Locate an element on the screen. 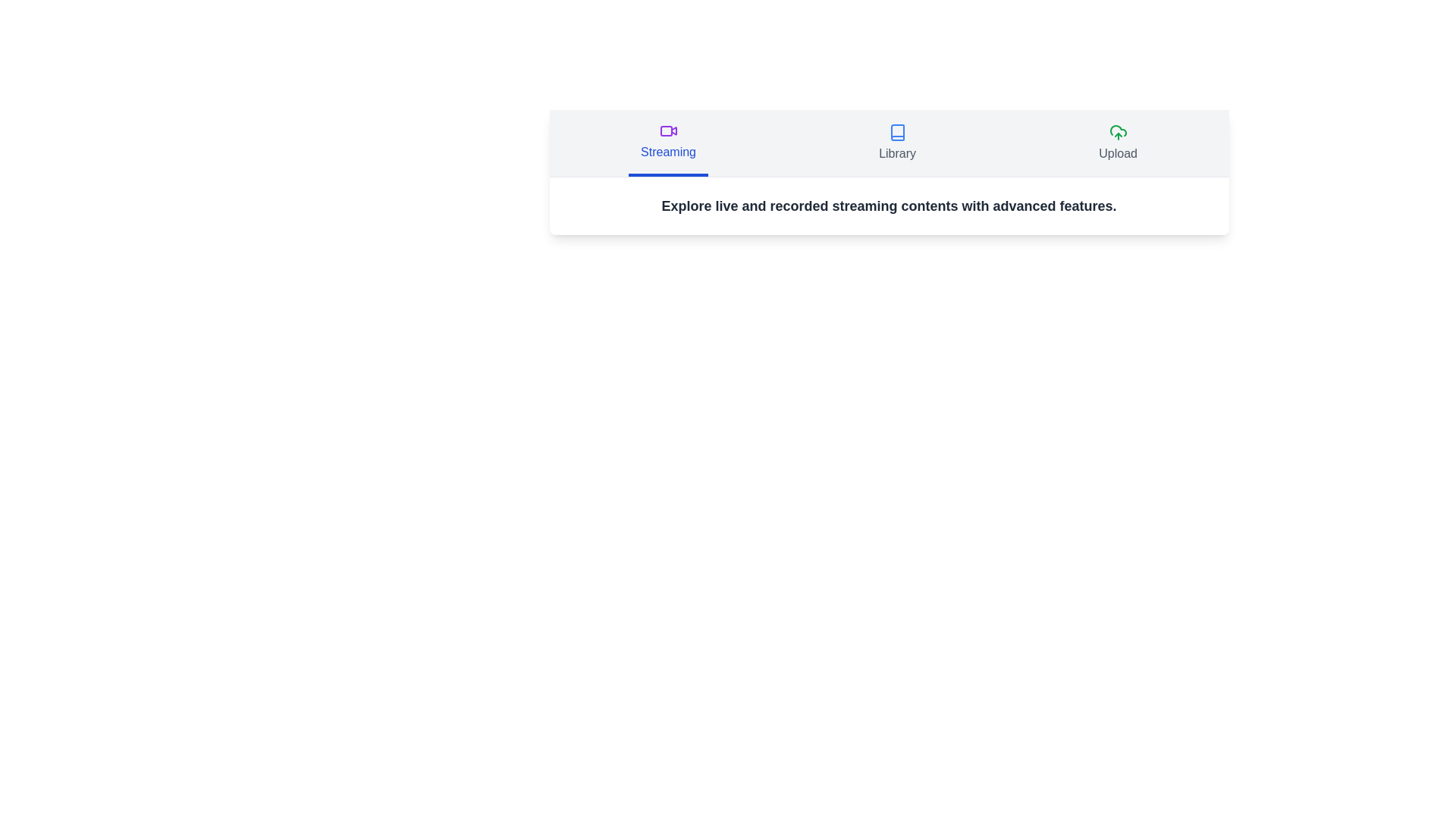  the Streaming tab is located at coordinates (667, 143).